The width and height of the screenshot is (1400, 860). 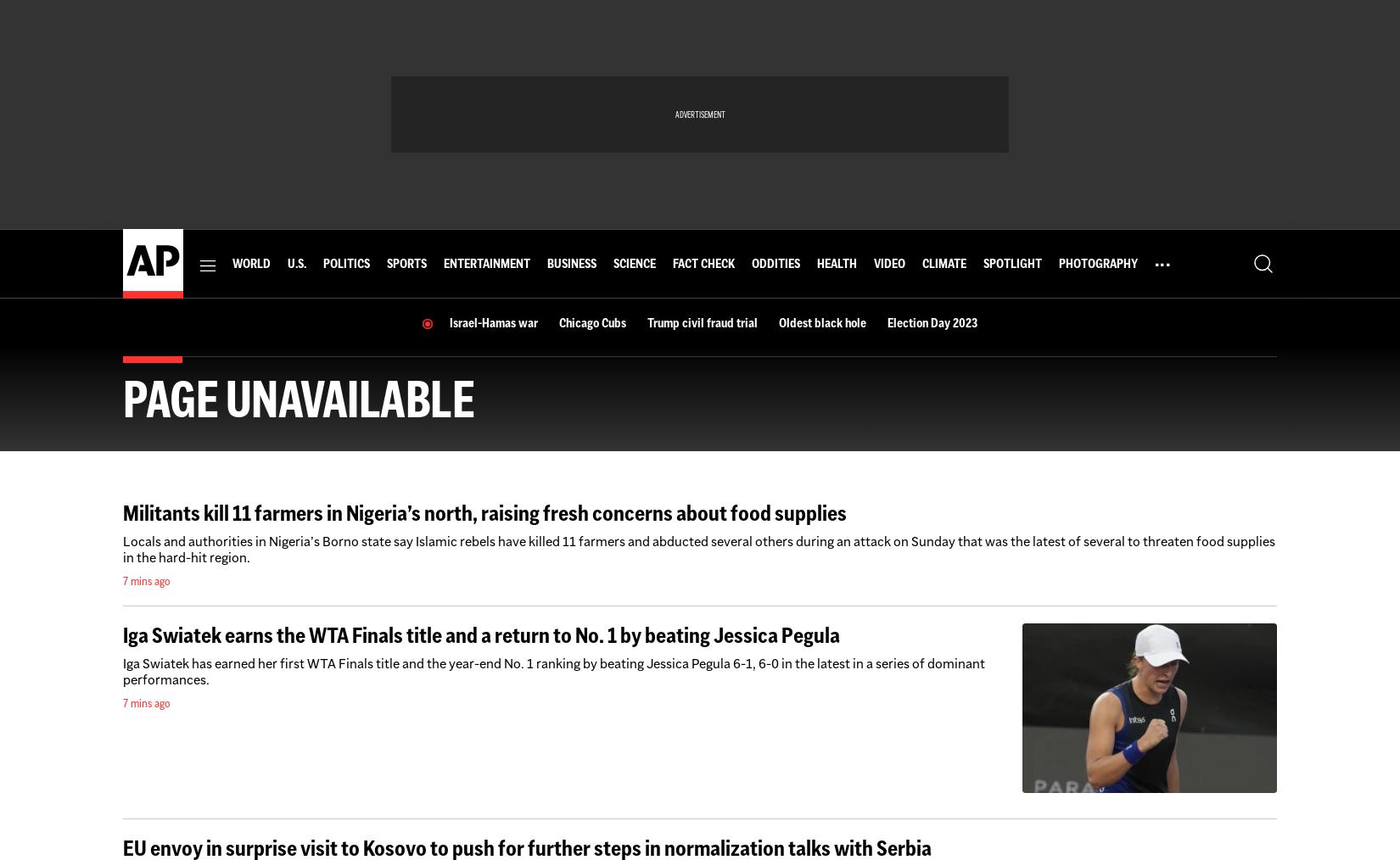 What do you see at coordinates (821, 321) in the screenshot?
I see `'Oldest black hole'` at bounding box center [821, 321].